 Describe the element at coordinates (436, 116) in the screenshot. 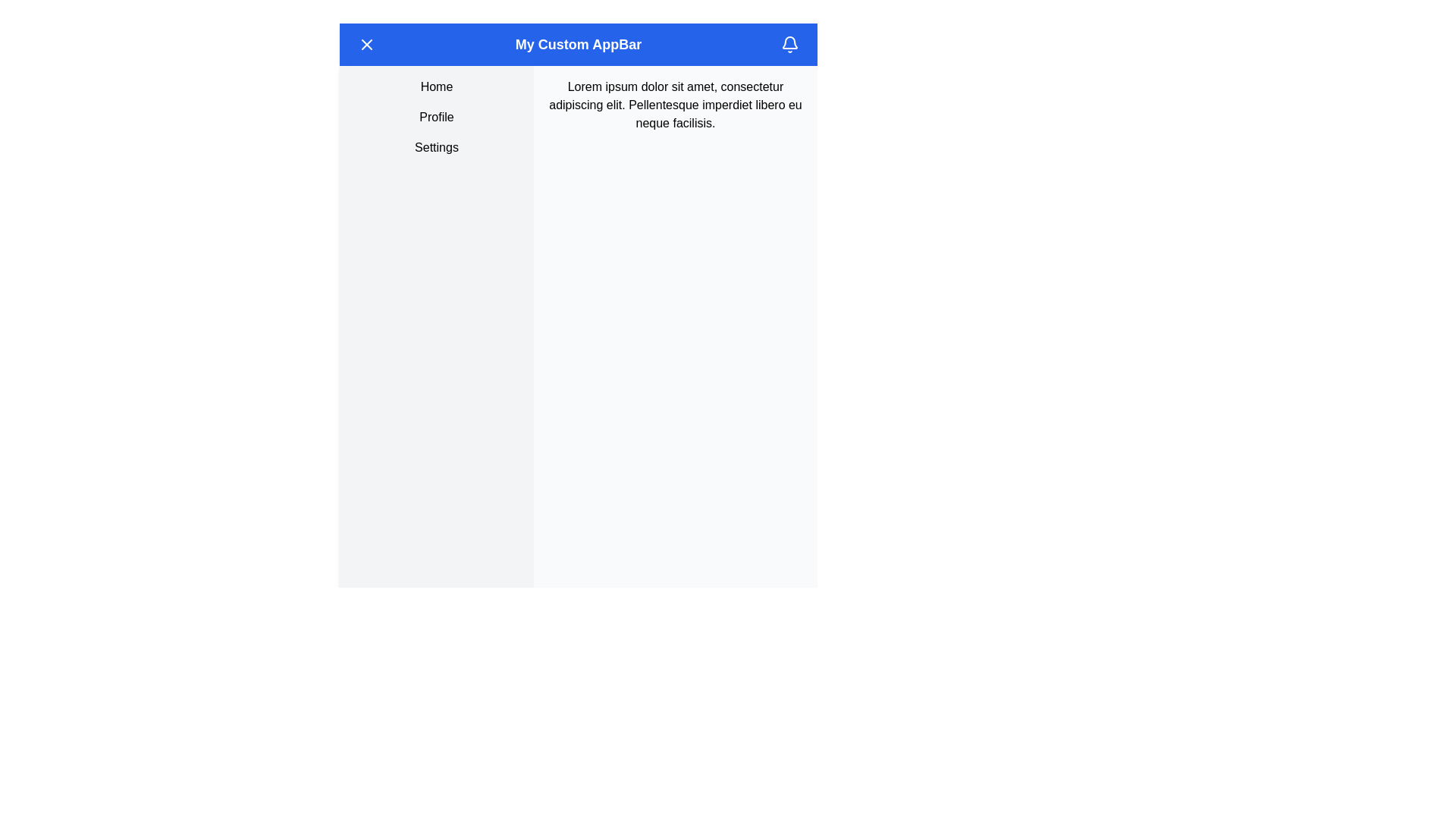

I see `the 'Profile' text label in the sidebar` at that location.